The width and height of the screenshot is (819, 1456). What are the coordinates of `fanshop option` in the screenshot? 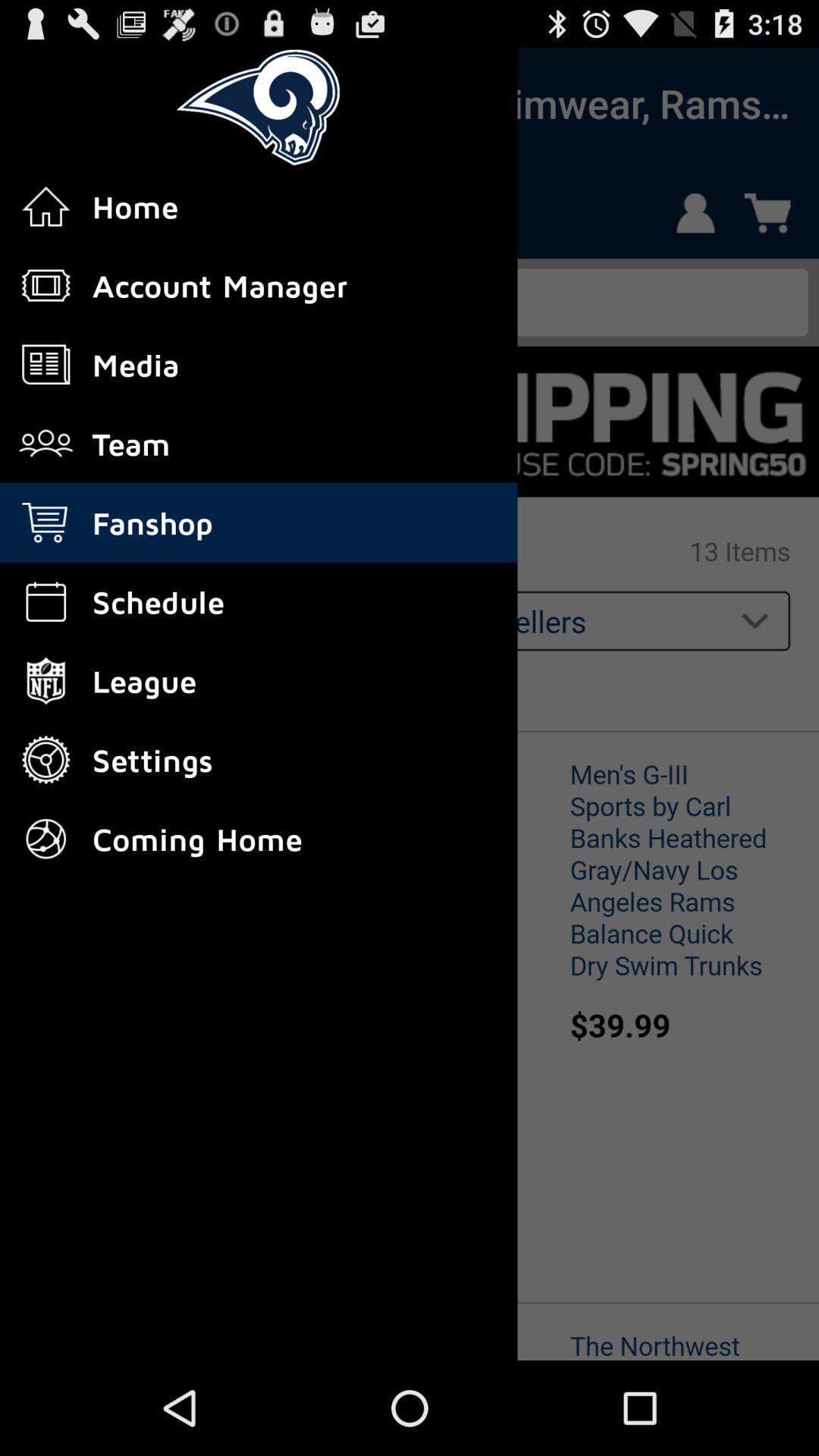 It's located at (55, 102).